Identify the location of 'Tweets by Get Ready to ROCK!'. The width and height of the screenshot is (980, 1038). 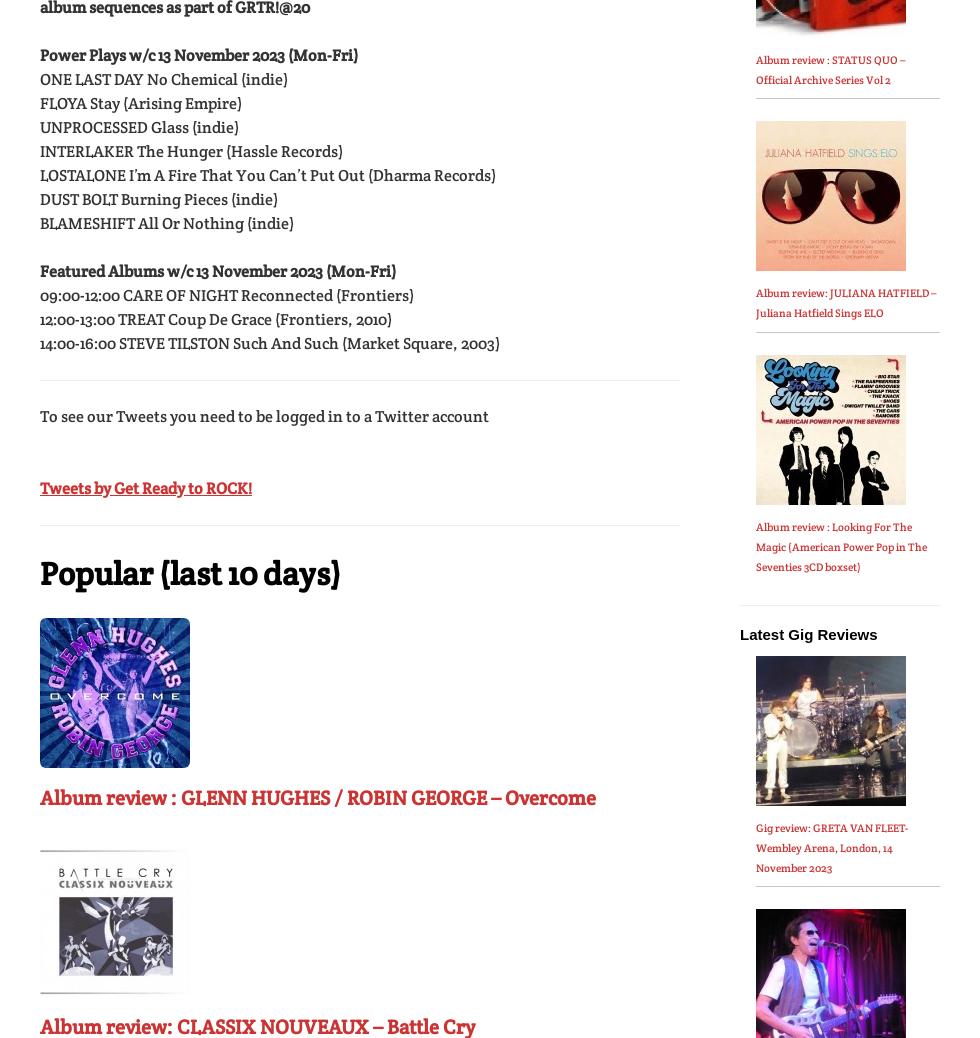
(146, 487).